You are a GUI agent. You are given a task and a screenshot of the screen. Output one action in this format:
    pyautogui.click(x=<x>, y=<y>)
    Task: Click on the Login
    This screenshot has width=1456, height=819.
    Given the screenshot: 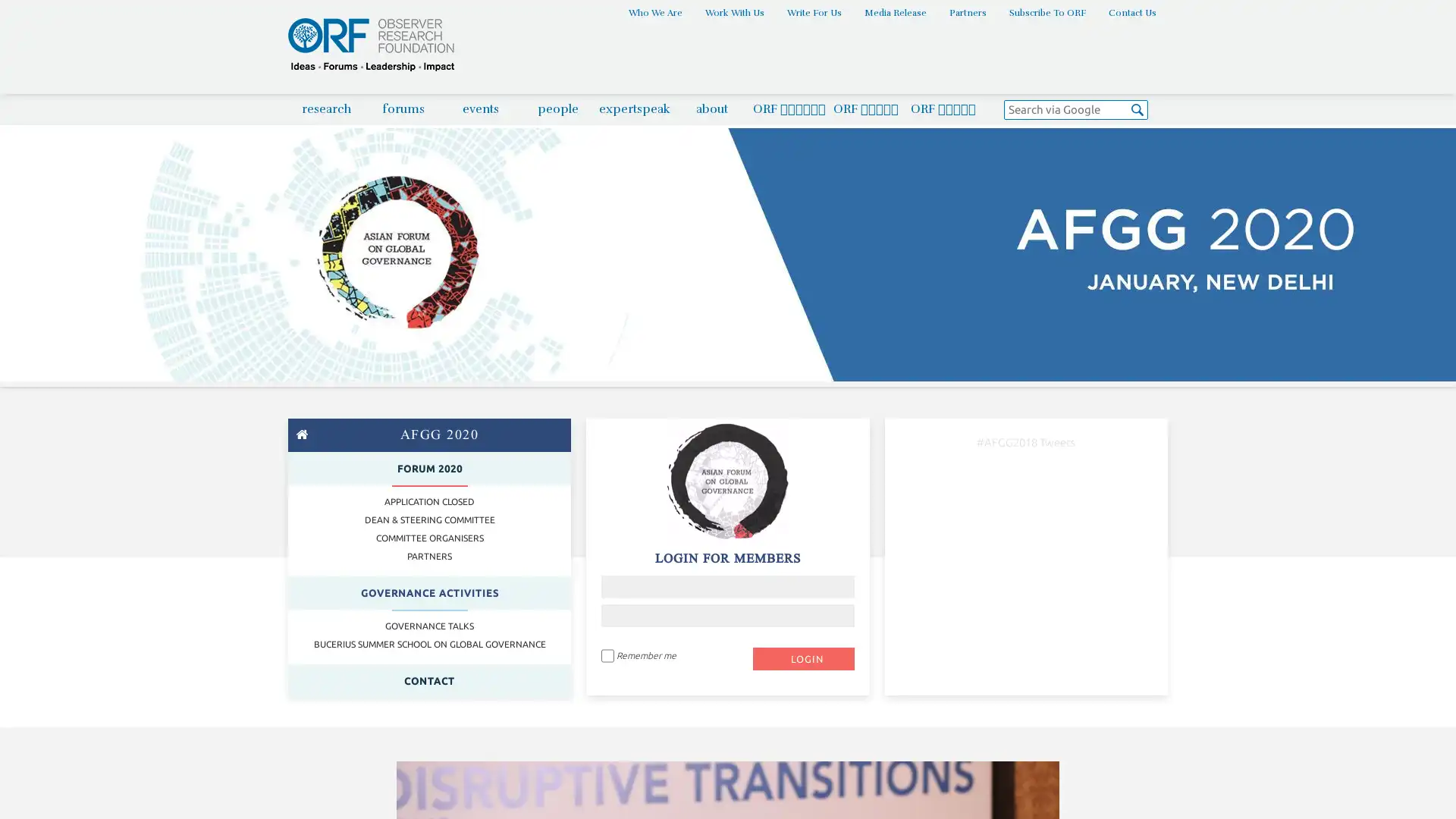 What is the action you would take?
    pyautogui.click(x=802, y=657)
    